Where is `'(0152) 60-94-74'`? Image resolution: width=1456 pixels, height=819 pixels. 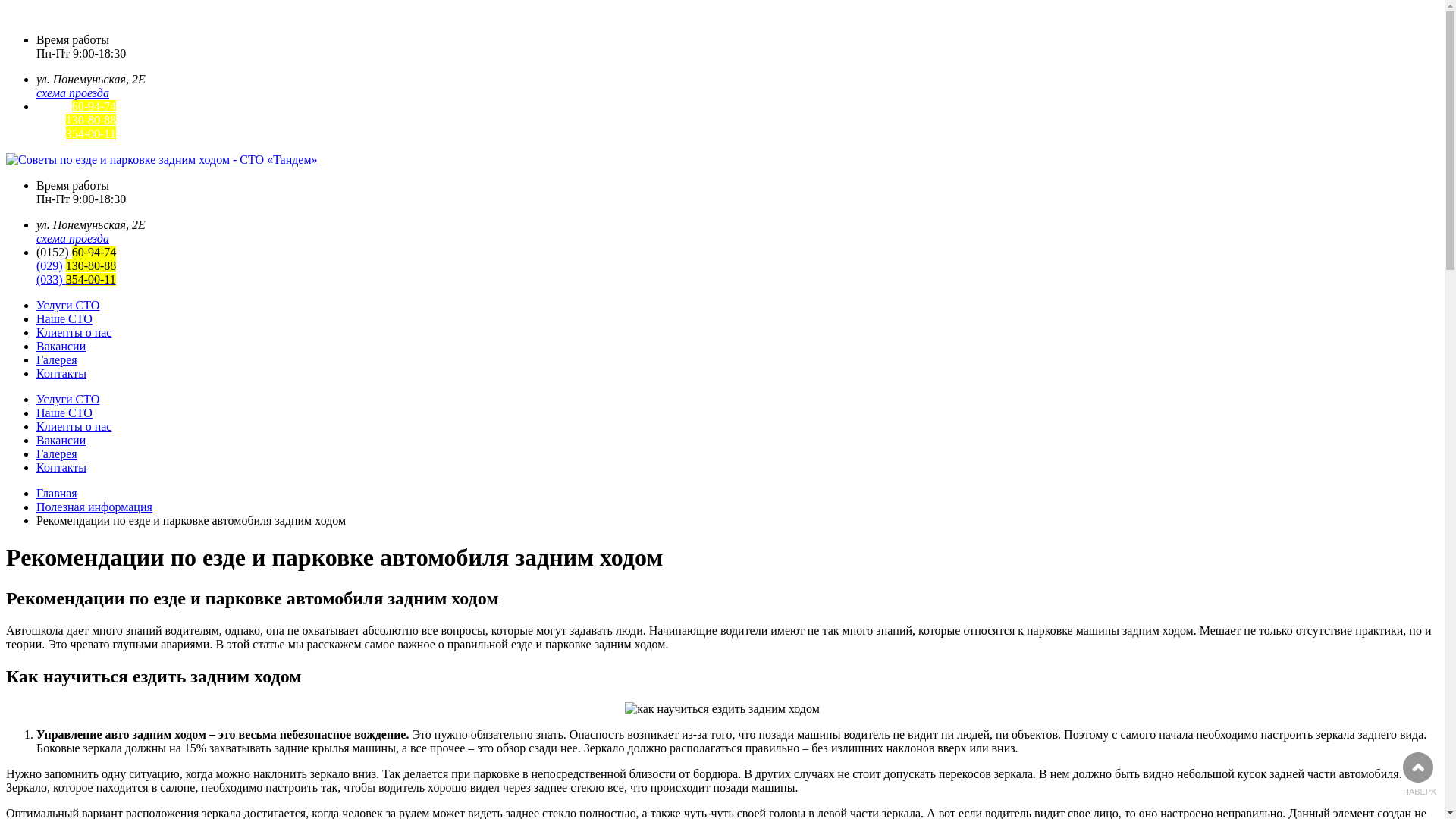 '(0152) 60-94-74' is located at coordinates (75, 105).